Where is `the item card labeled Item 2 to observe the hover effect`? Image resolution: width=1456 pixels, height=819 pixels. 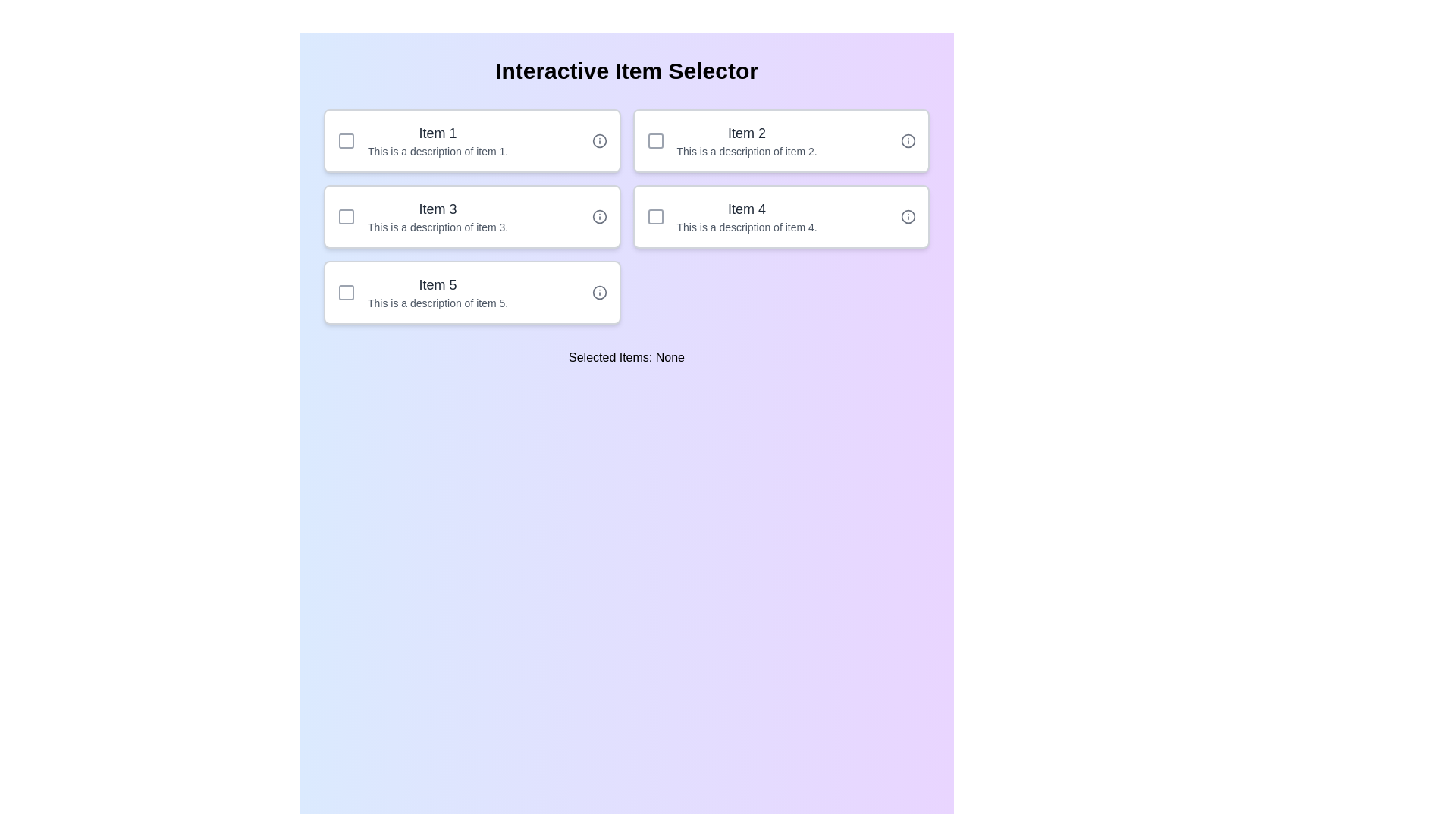
the item card labeled Item 2 to observe the hover effect is located at coordinates (781, 140).